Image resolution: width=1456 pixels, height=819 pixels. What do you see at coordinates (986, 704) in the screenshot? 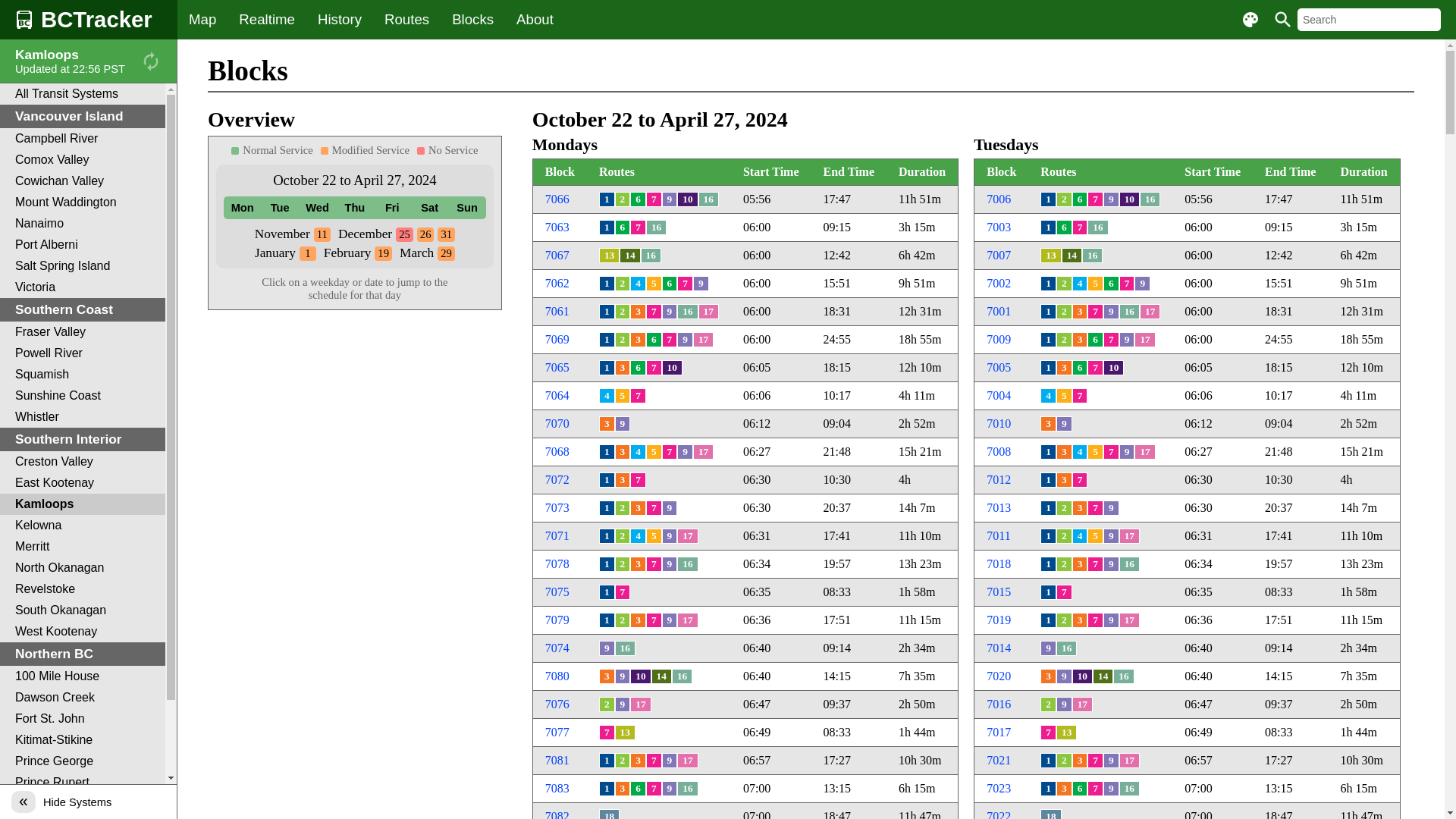
I see `'7016'` at bounding box center [986, 704].